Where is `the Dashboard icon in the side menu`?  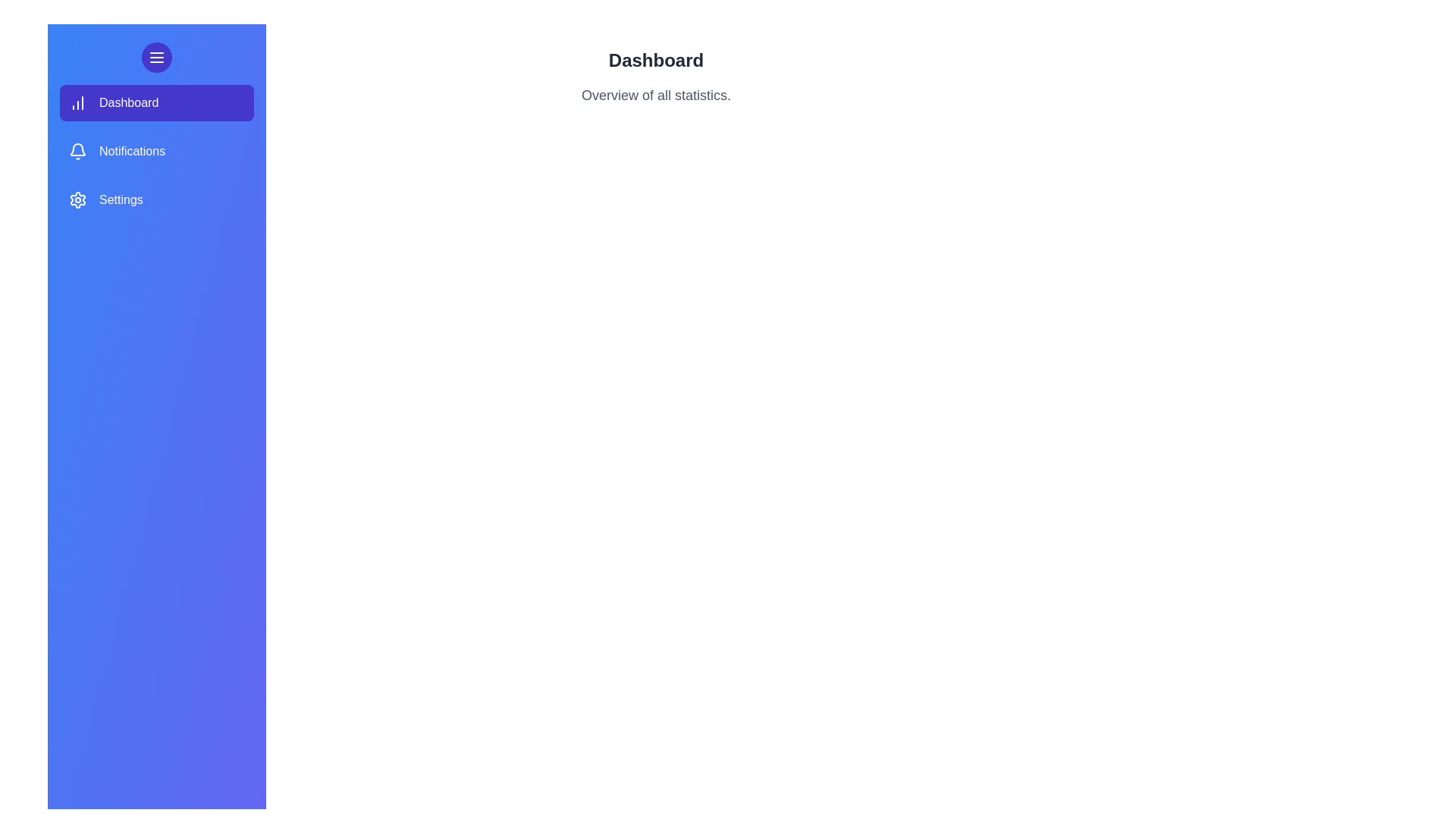
the Dashboard icon in the side menu is located at coordinates (77, 102).